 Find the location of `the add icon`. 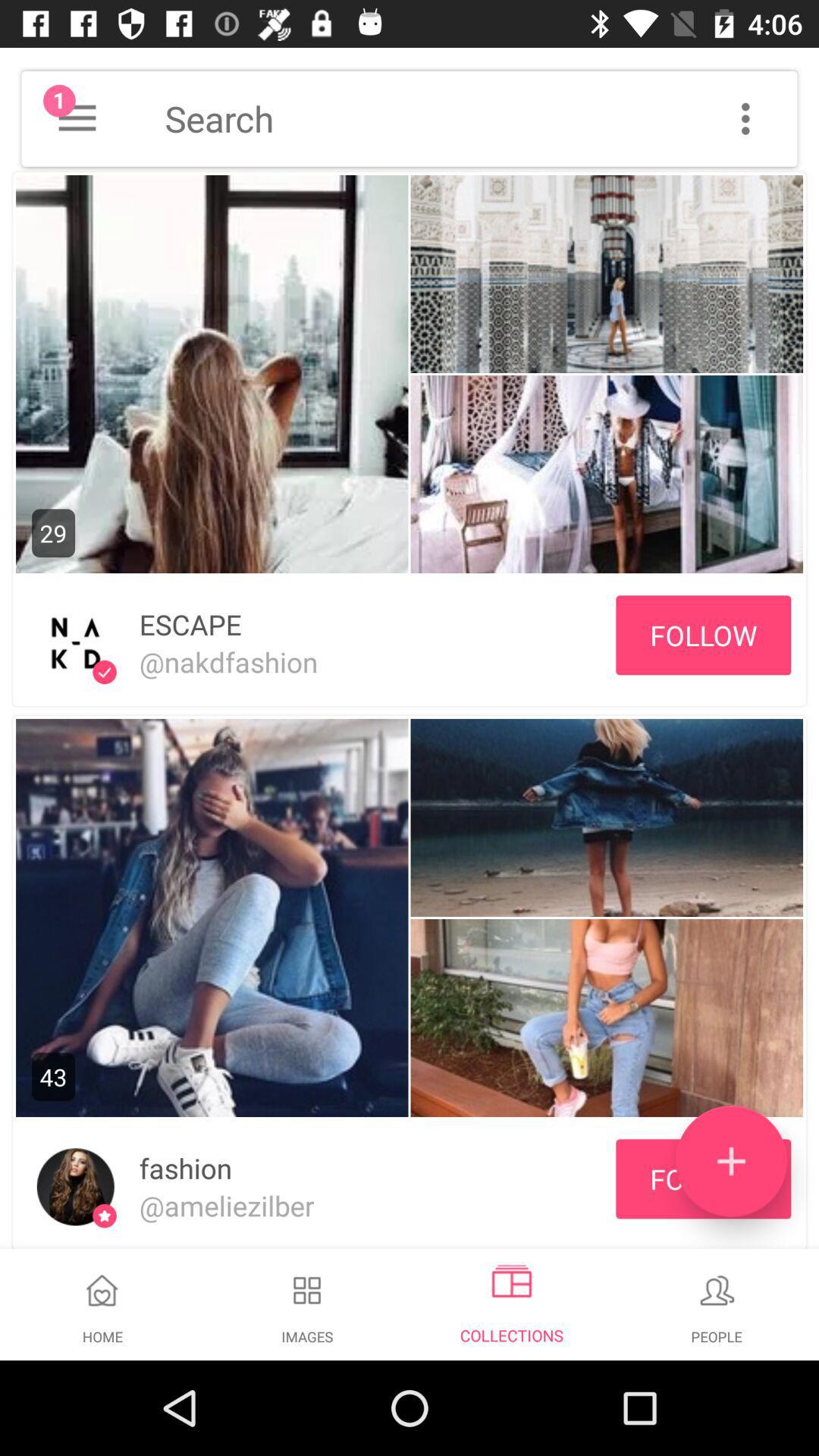

the add icon is located at coordinates (730, 1160).